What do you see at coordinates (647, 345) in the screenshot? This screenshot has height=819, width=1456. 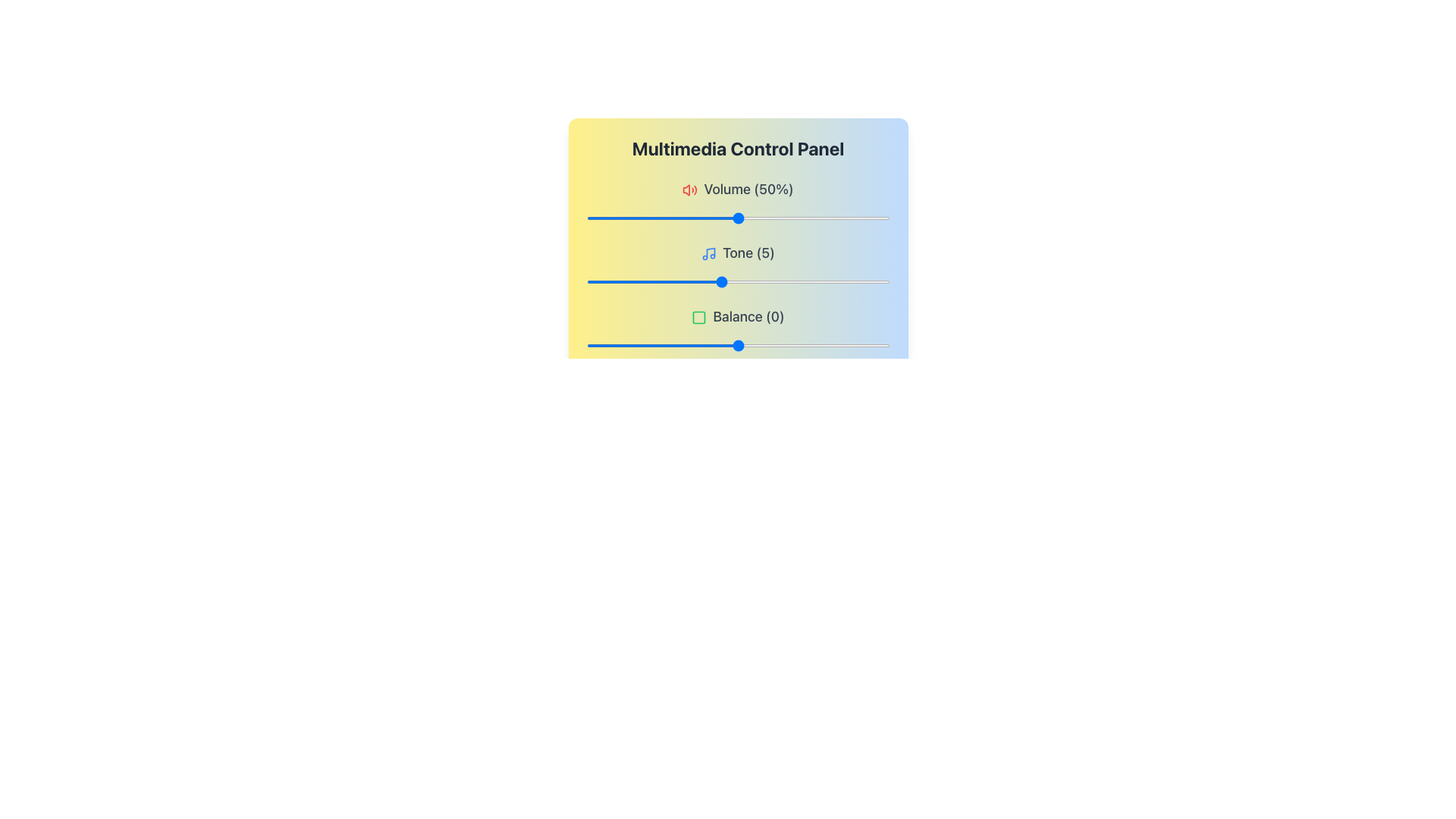 I see `balance` at bounding box center [647, 345].